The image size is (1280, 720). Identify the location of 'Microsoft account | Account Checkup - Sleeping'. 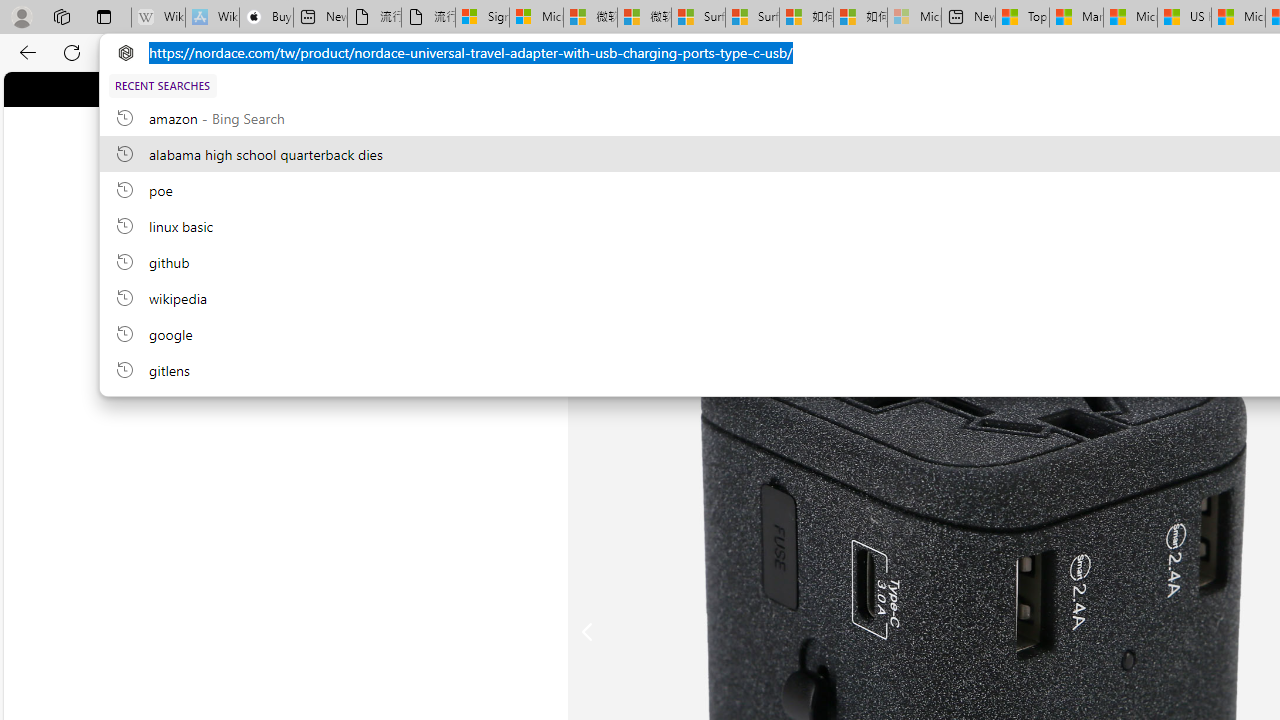
(913, 17).